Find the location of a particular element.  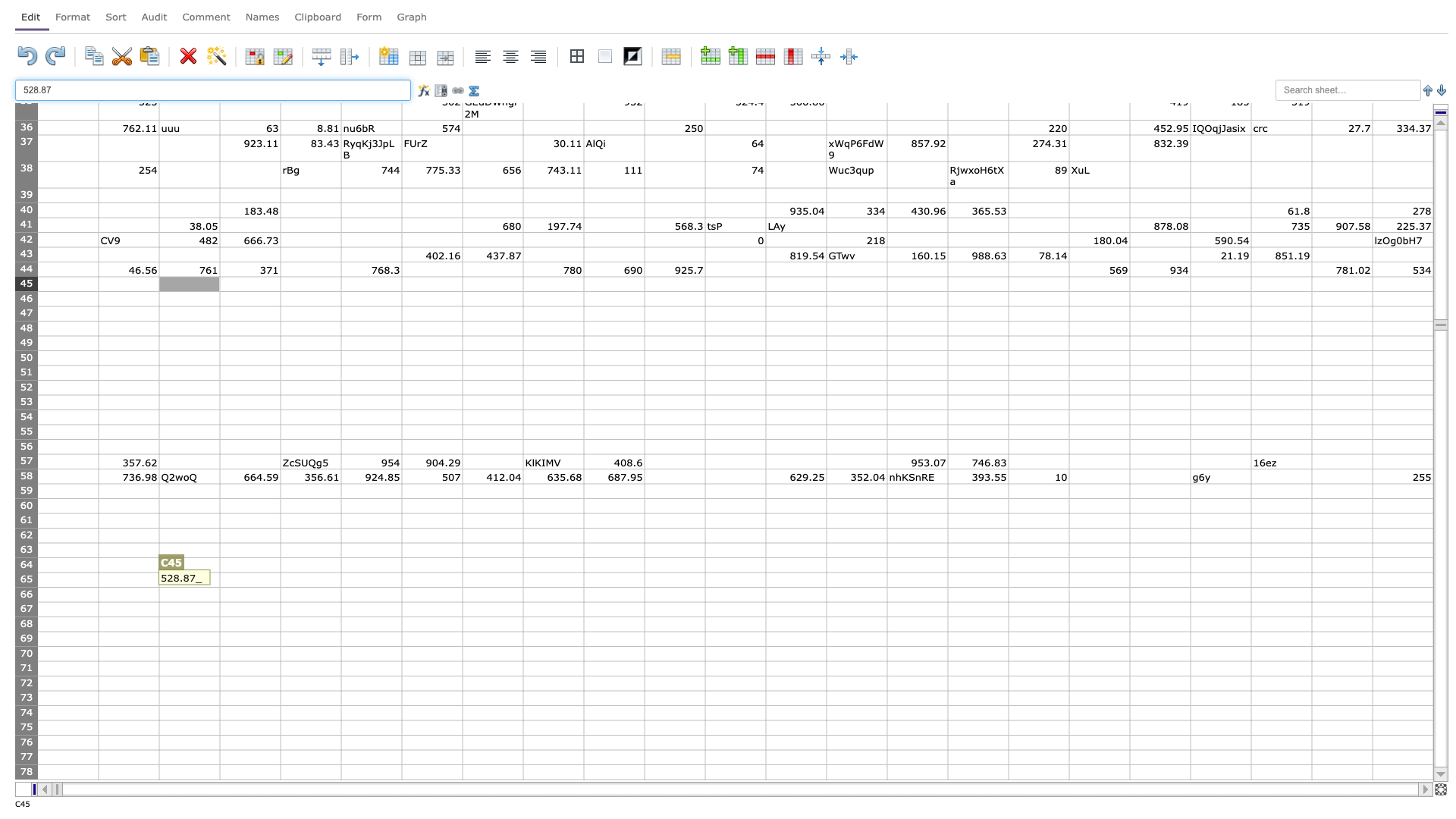

bottom right corner of F65 is located at coordinates (401, 586).